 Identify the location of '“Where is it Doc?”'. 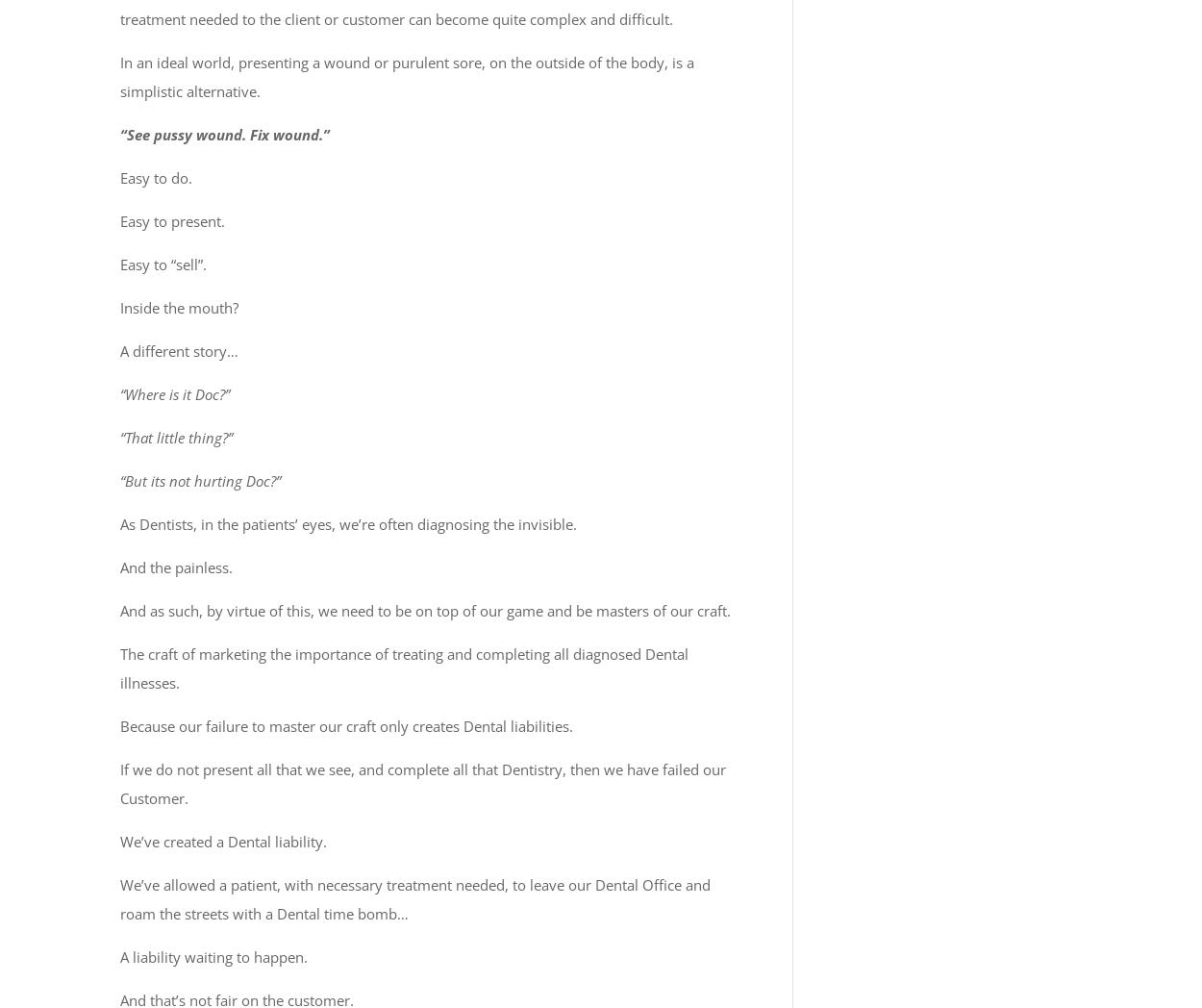
(175, 393).